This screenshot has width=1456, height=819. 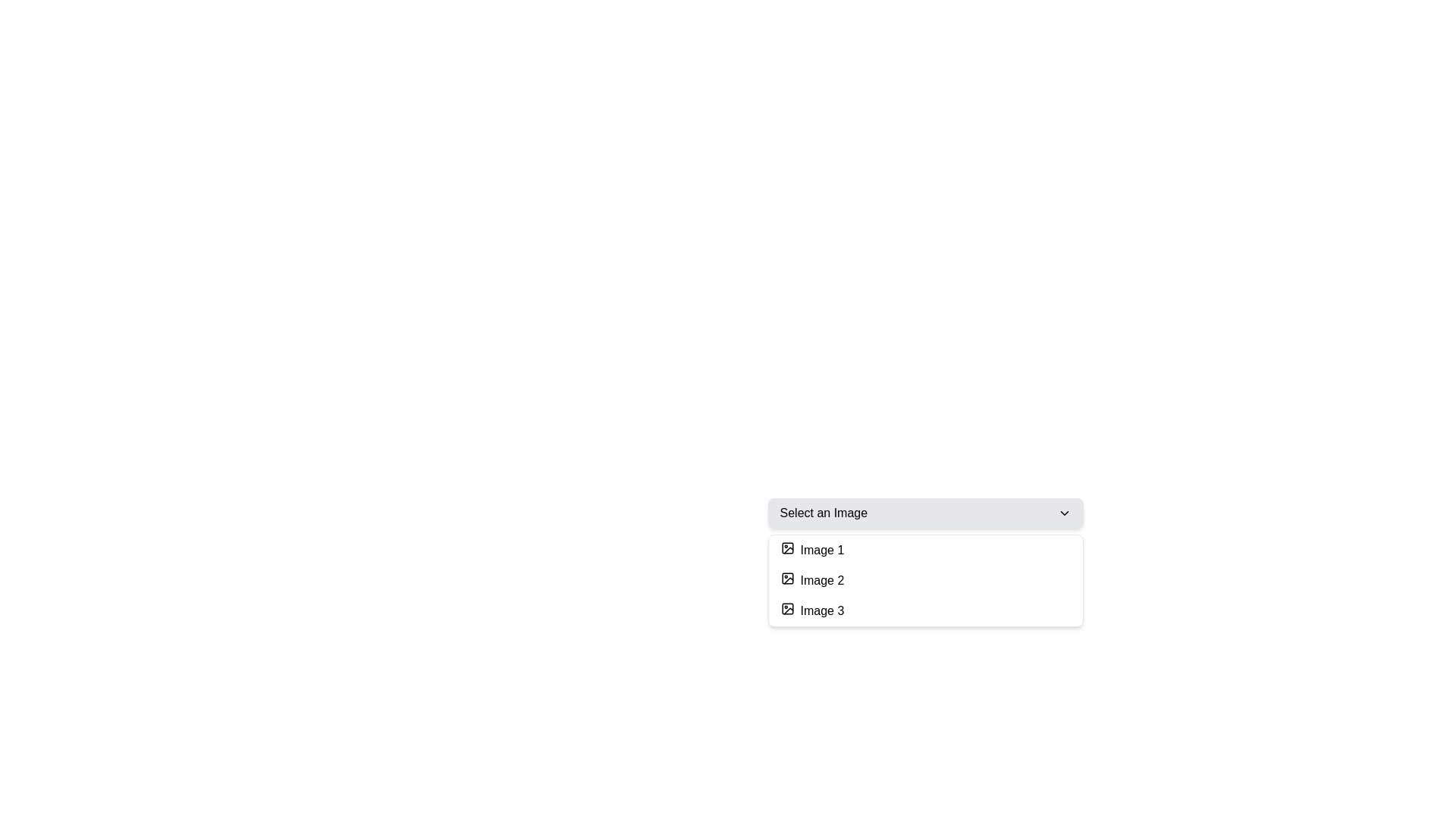 I want to click on the downward-pointing arrow icon located at the far-right end of the 'Select an Image' button, so click(x=1063, y=513).